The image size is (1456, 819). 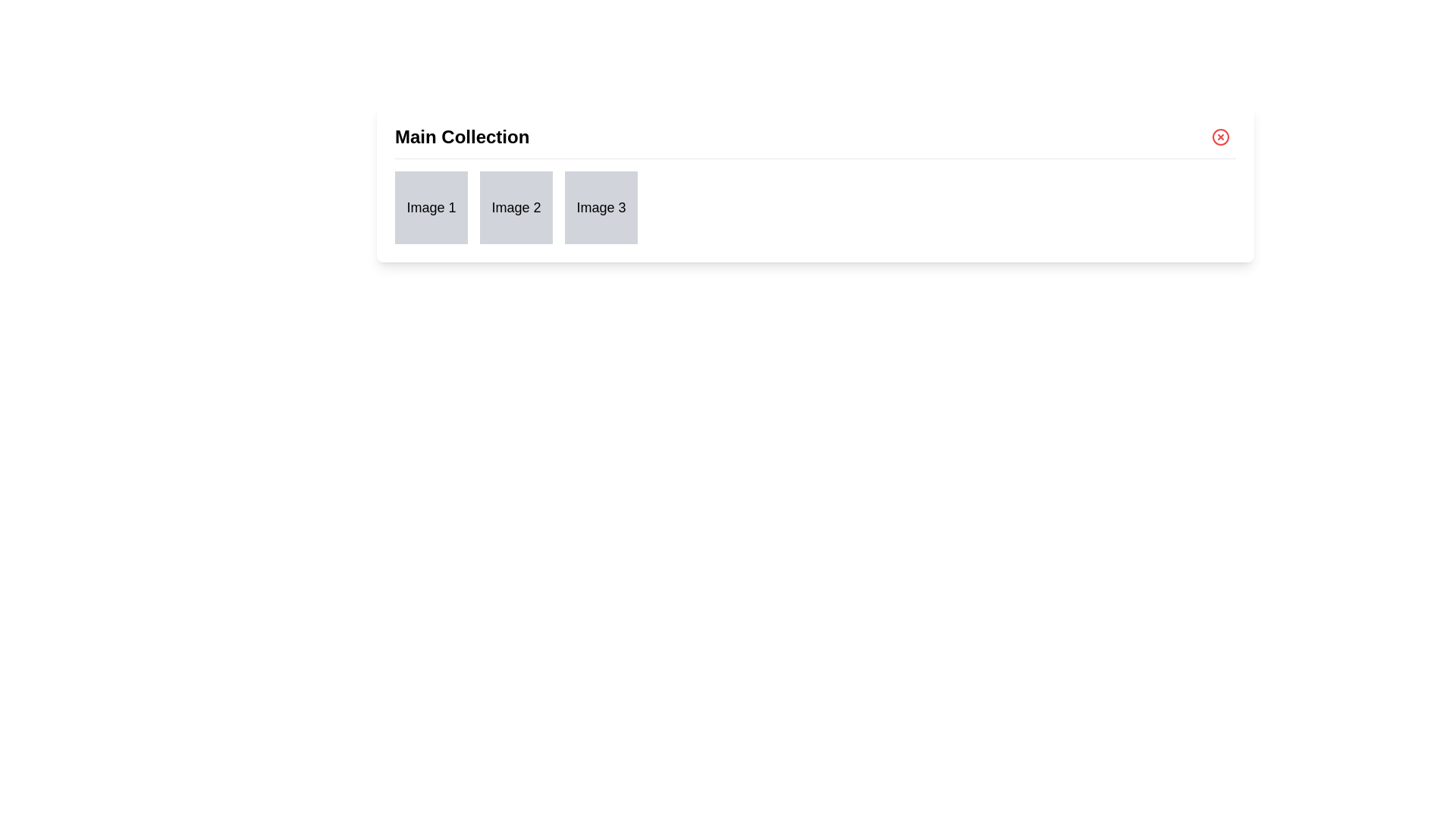 What do you see at coordinates (600, 207) in the screenshot?
I see `the third button in the horizontal row below the 'Main Collection' heading` at bounding box center [600, 207].